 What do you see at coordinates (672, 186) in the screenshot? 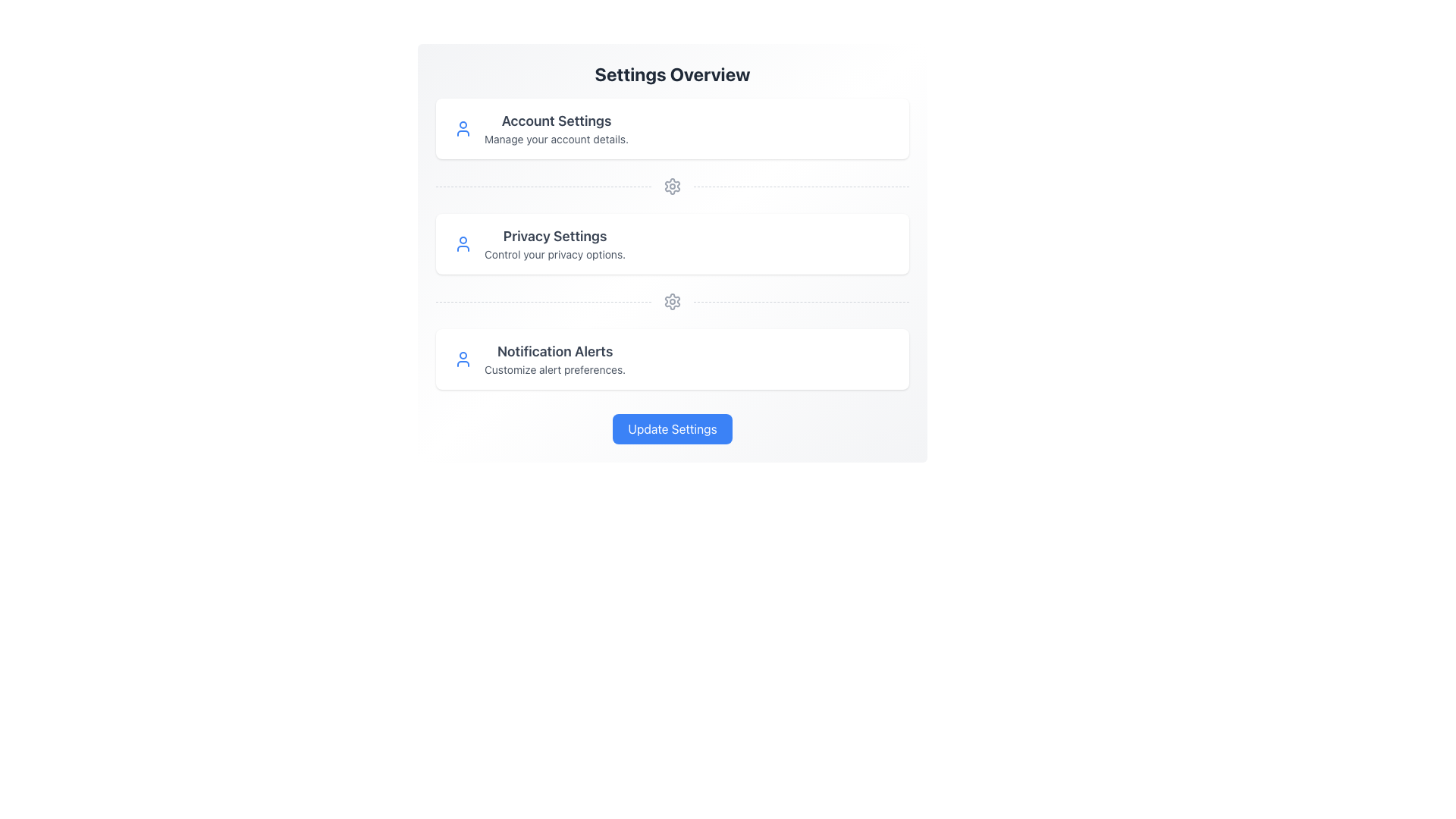
I see `the gear icon located at the center of the horizontal dashed line separator between the 'Account Settings' and 'Privacy Settings' sections` at bounding box center [672, 186].